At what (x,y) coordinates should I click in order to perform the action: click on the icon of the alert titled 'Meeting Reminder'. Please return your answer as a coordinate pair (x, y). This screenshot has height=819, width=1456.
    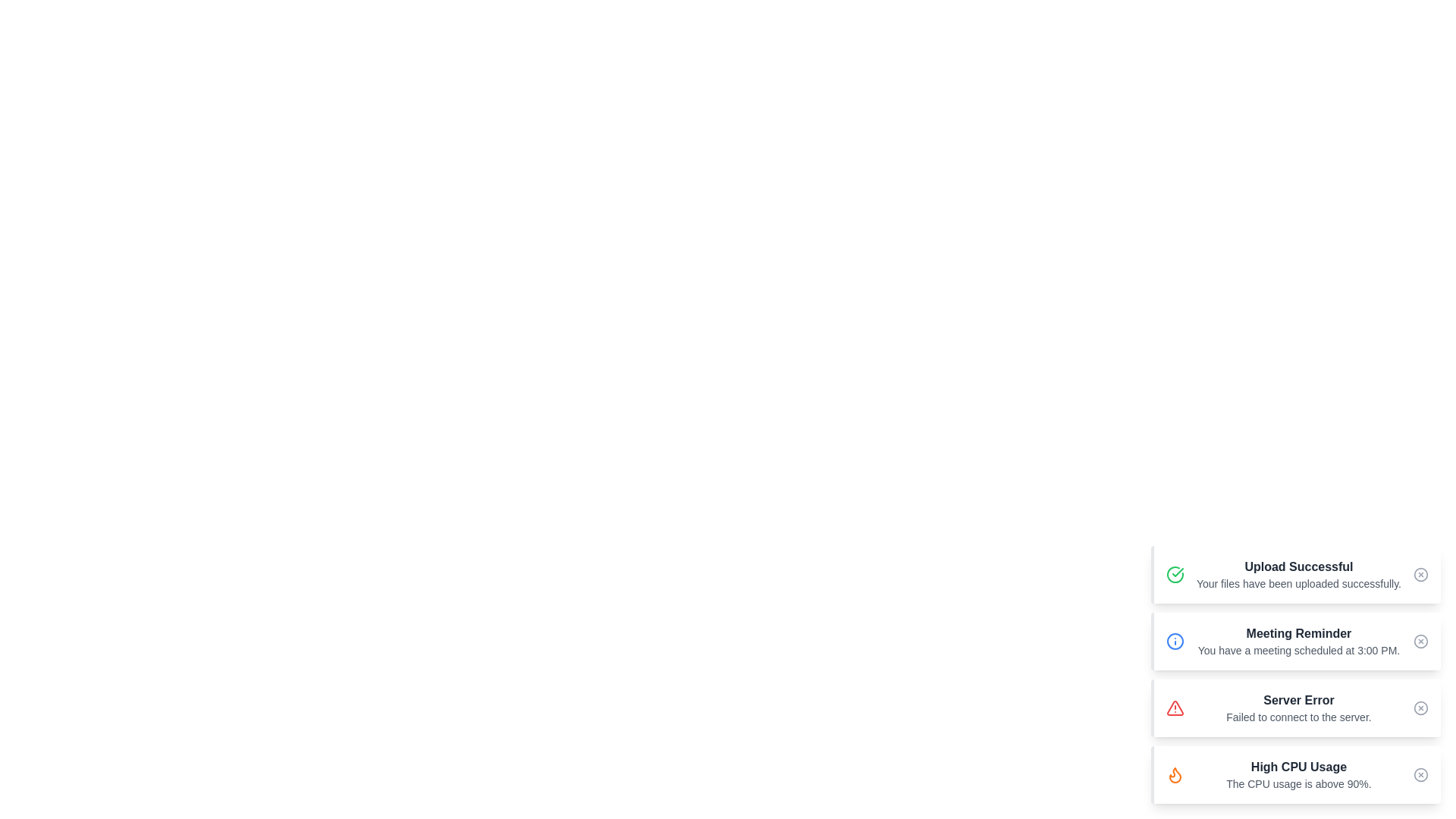
    Looking at the image, I should click on (1175, 641).